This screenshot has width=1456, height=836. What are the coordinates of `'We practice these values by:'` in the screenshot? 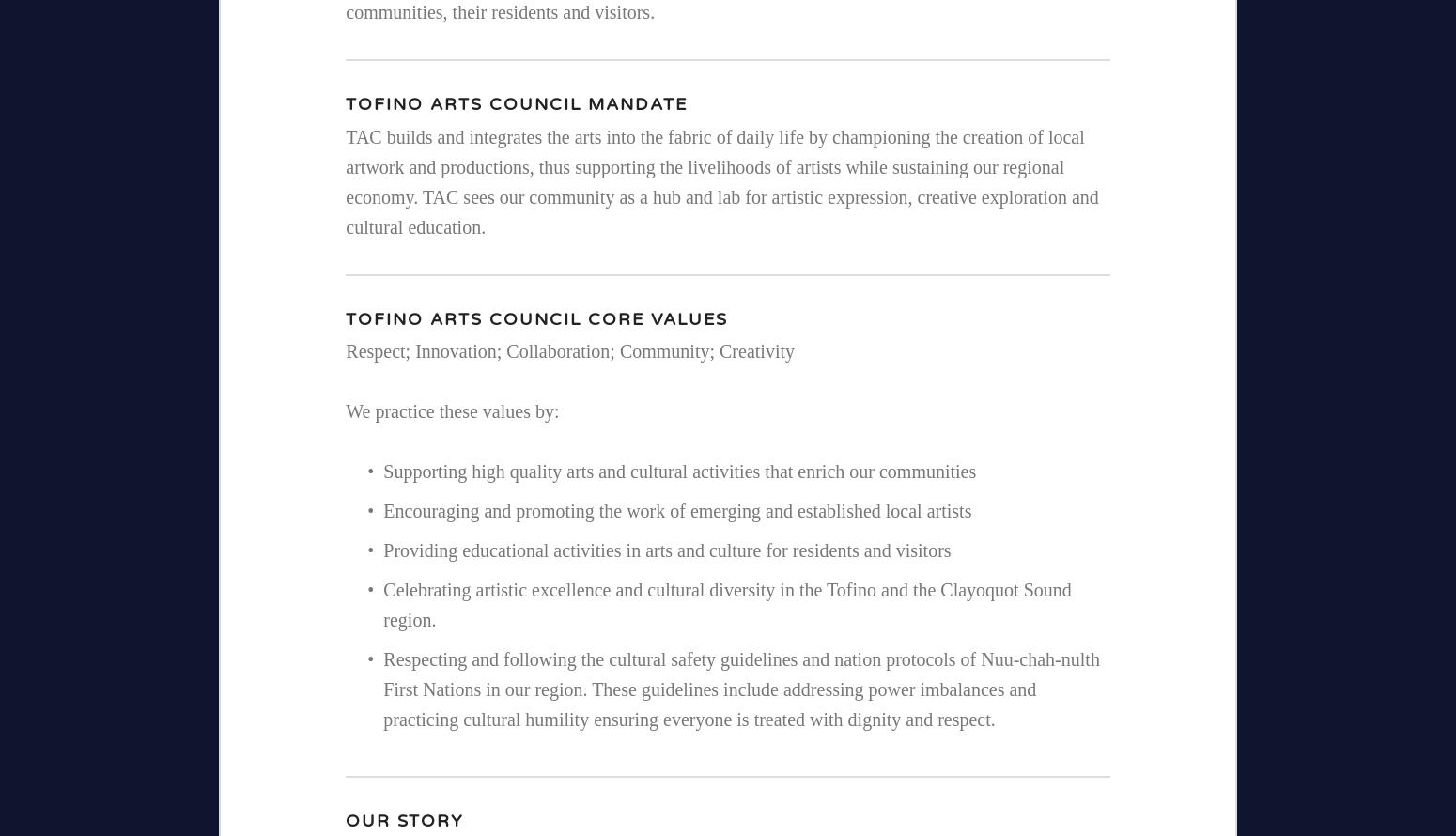 It's located at (451, 410).